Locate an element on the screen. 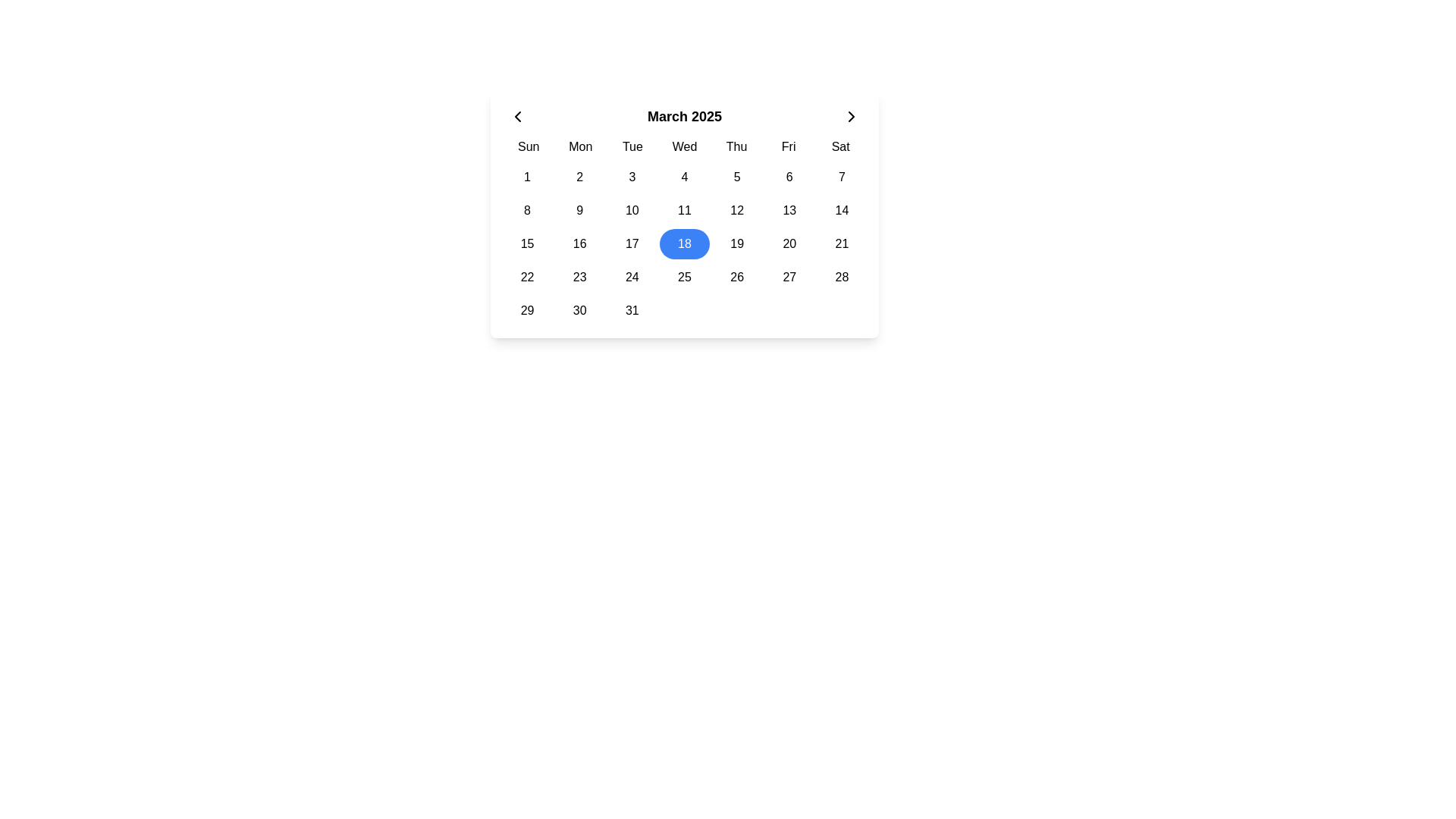  the right-pointing arrow button located in the top-right corner of the calendar interface is located at coordinates (852, 116).